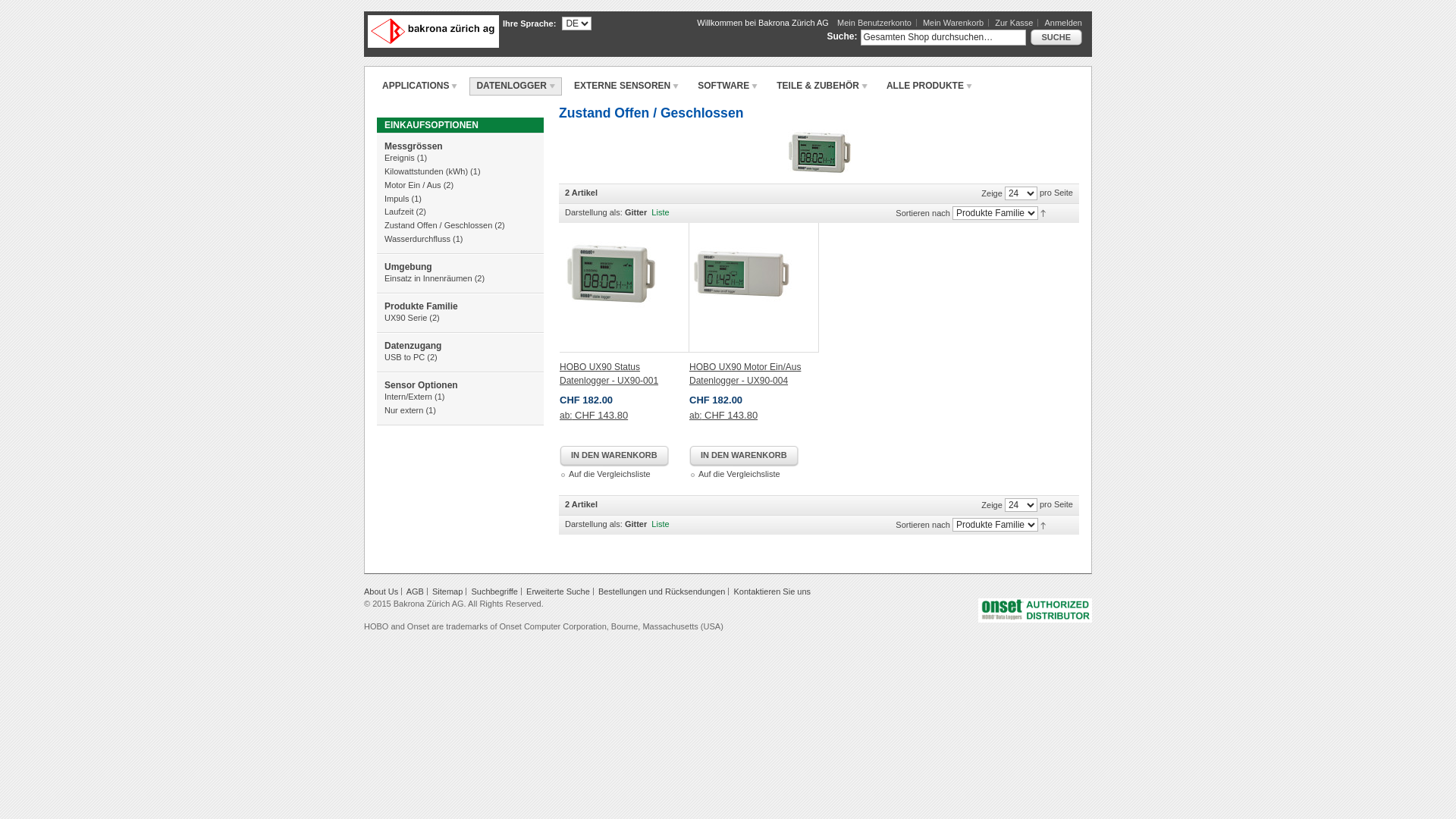 This screenshot has height=819, width=1456. What do you see at coordinates (624, 287) in the screenshot?
I see `'HOBO UX90 State Logger - UX90-001'` at bounding box center [624, 287].